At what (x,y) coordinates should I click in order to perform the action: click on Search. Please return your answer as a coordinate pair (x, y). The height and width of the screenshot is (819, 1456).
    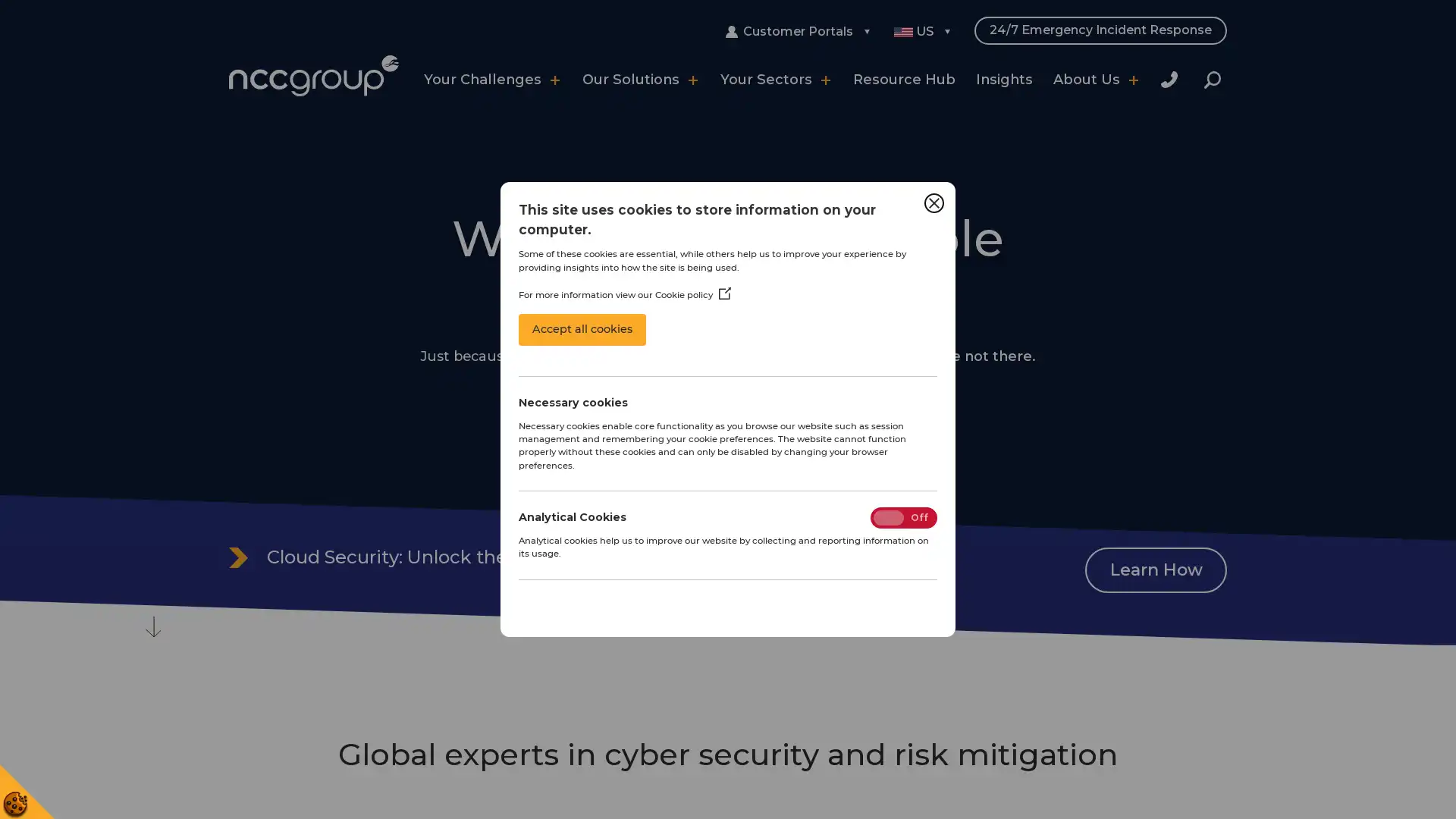
    Looking at the image, I should click on (1167, 189).